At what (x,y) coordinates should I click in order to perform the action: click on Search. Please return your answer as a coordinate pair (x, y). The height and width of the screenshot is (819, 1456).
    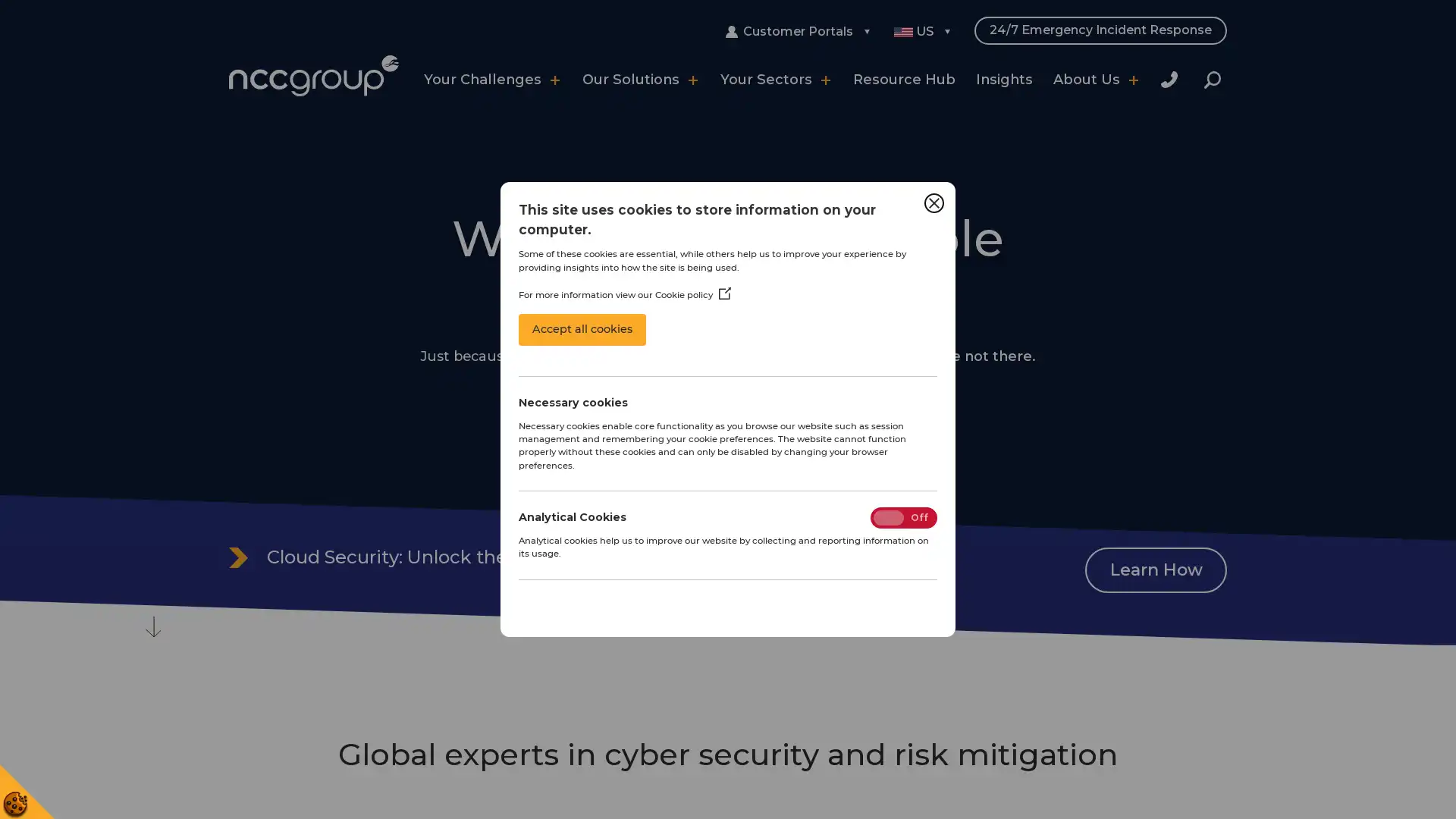
    Looking at the image, I should click on (1167, 189).